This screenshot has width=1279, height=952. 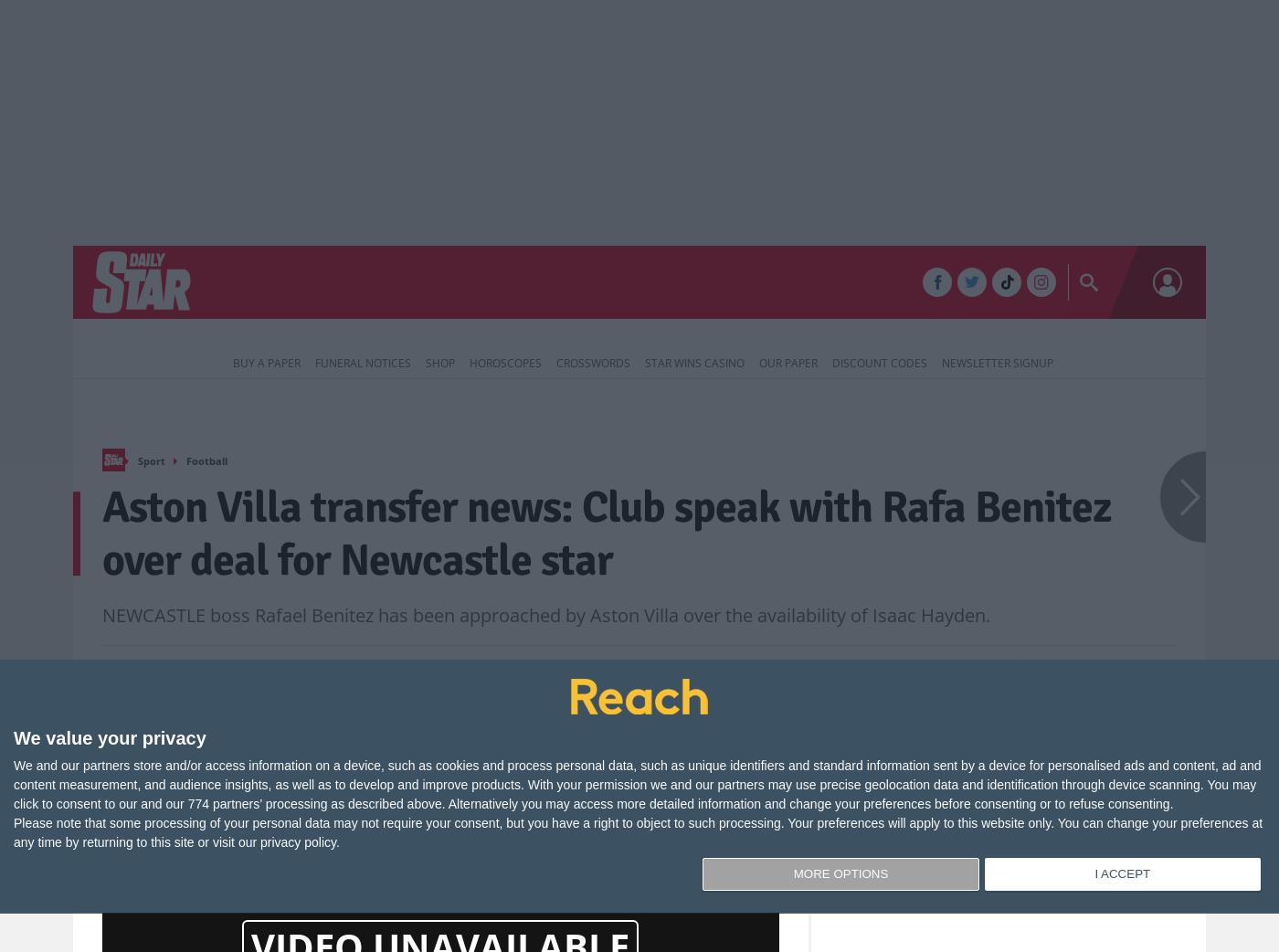 I want to click on 'You can find this story in', so click(x=582, y=816).